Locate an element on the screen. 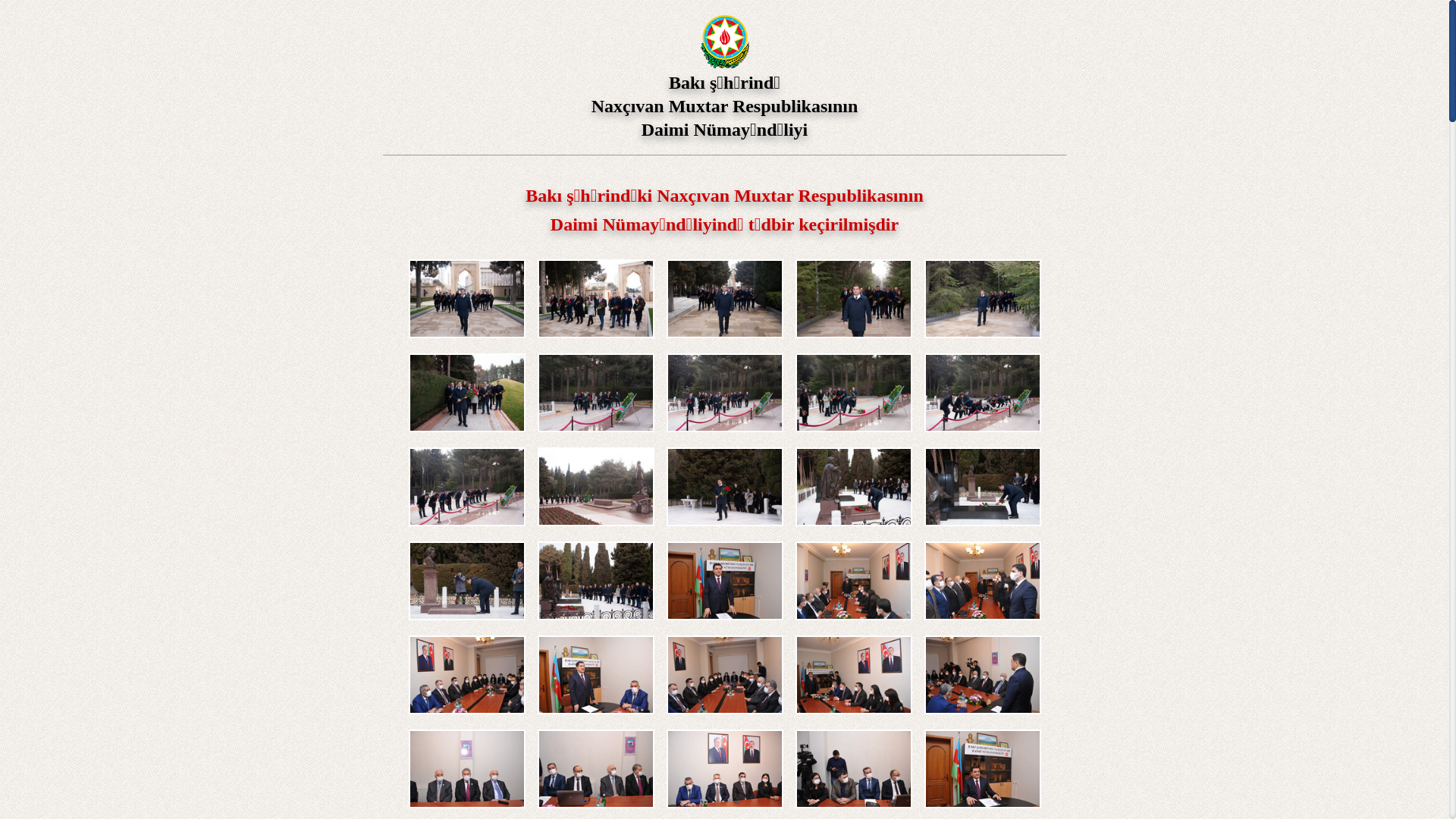 The height and width of the screenshot is (819, 1456). 'Click to enlarge' is located at coordinates (537, 580).